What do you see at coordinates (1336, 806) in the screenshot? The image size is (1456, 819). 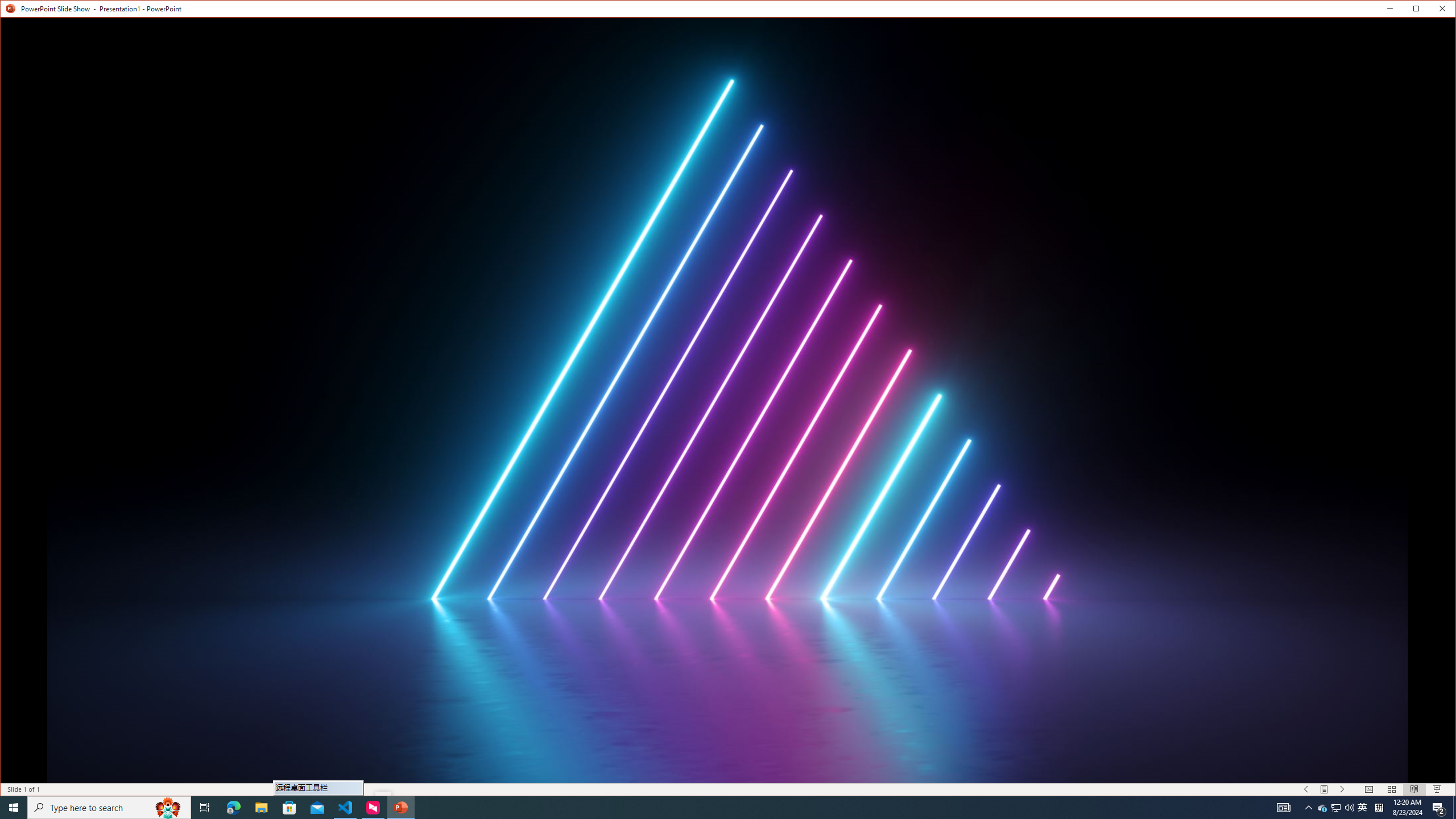 I see `'User Promoted Notification Area'` at bounding box center [1336, 806].